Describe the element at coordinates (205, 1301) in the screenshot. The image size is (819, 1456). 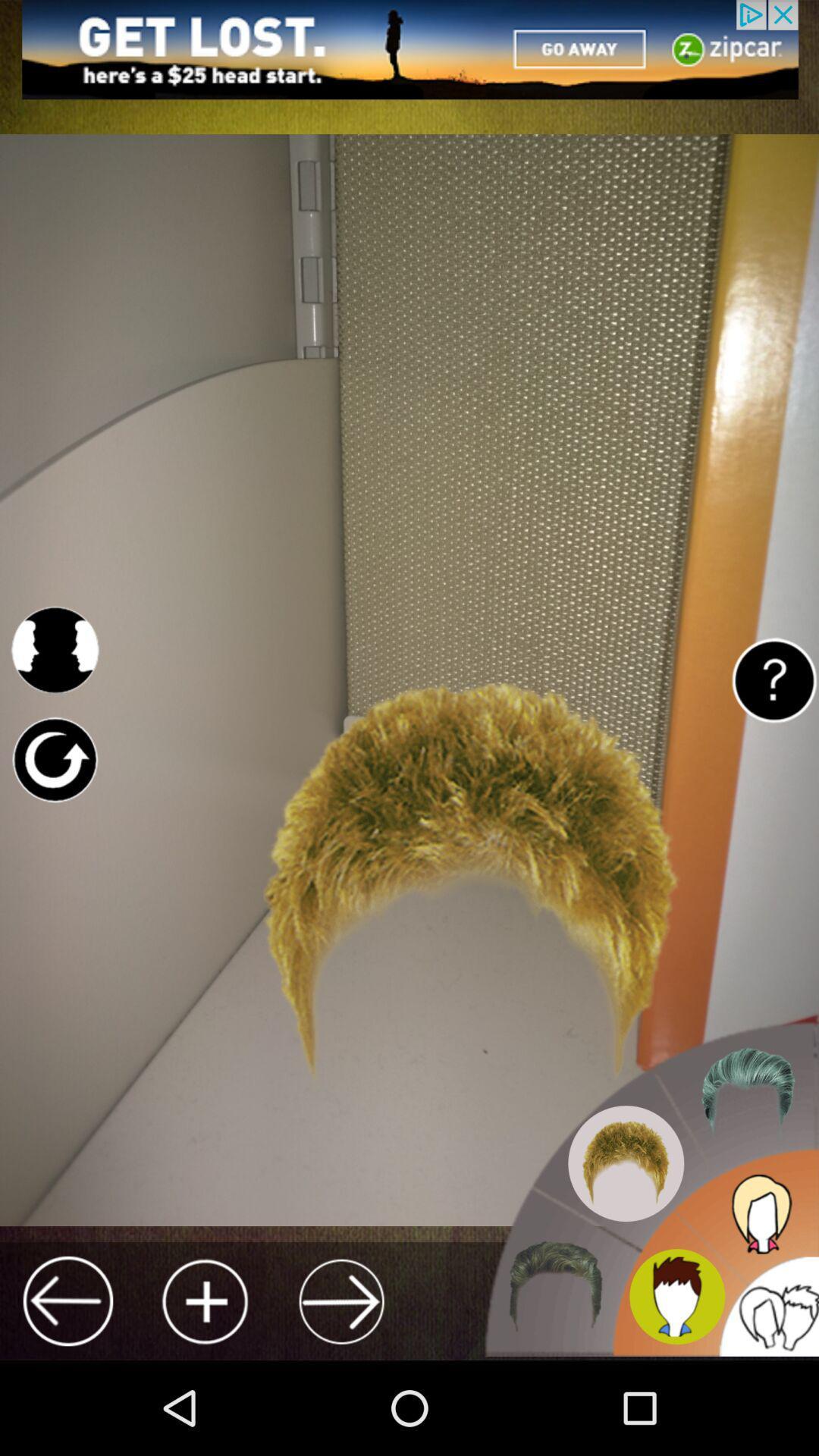
I see `button plus` at that location.